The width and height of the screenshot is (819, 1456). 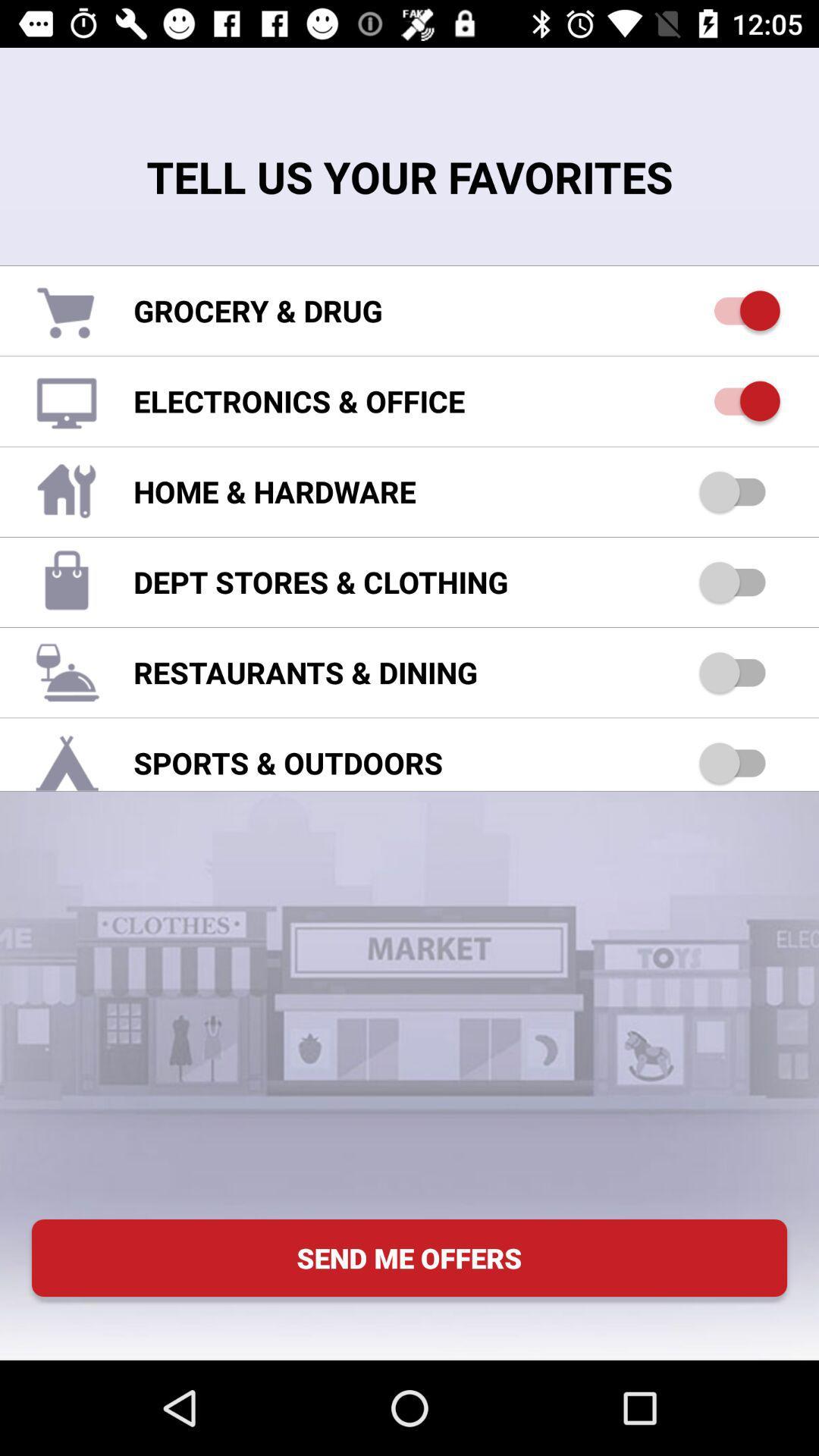 What do you see at coordinates (739, 401) in the screenshot?
I see `change option` at bounding box center [739, 401].